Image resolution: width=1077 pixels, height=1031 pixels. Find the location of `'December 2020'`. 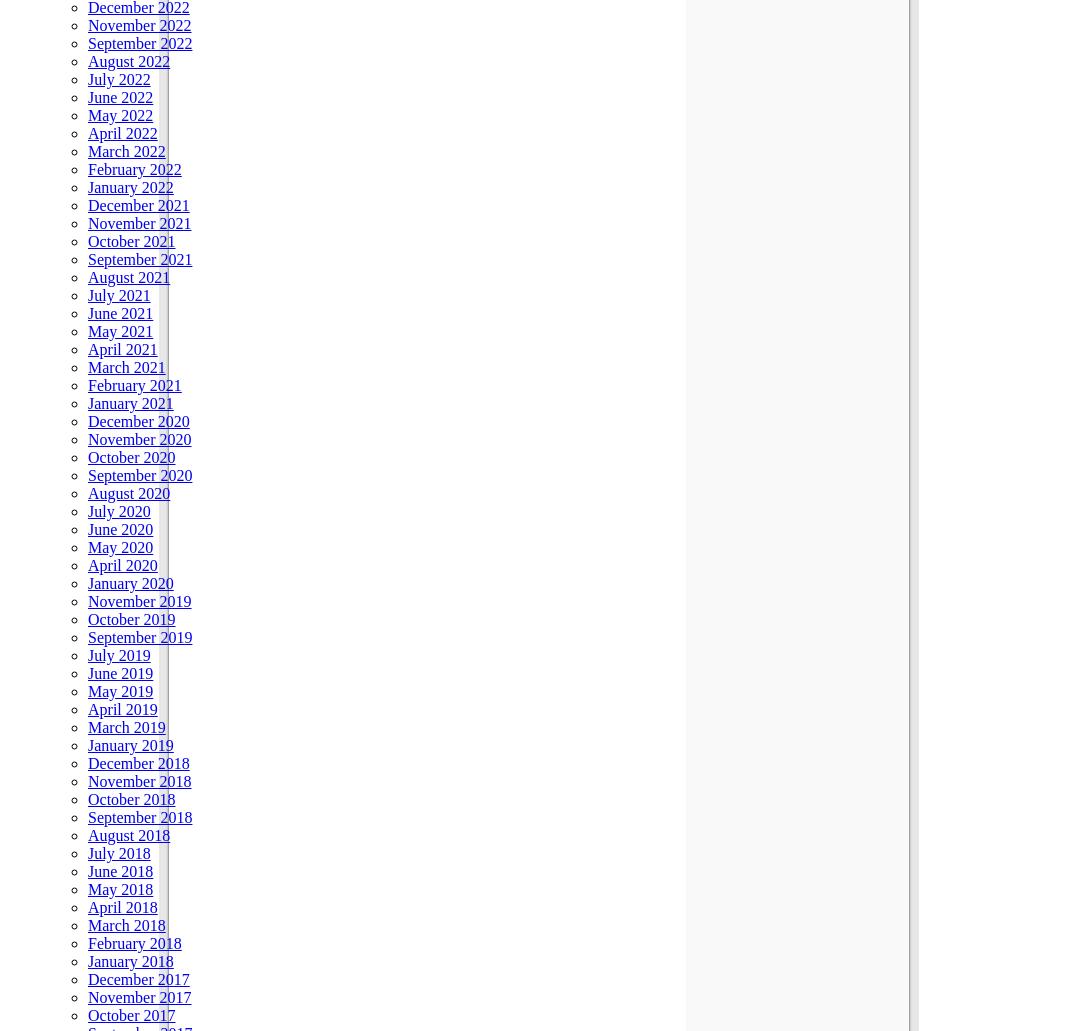

'December 2020' is located at coordinates (138, 420).